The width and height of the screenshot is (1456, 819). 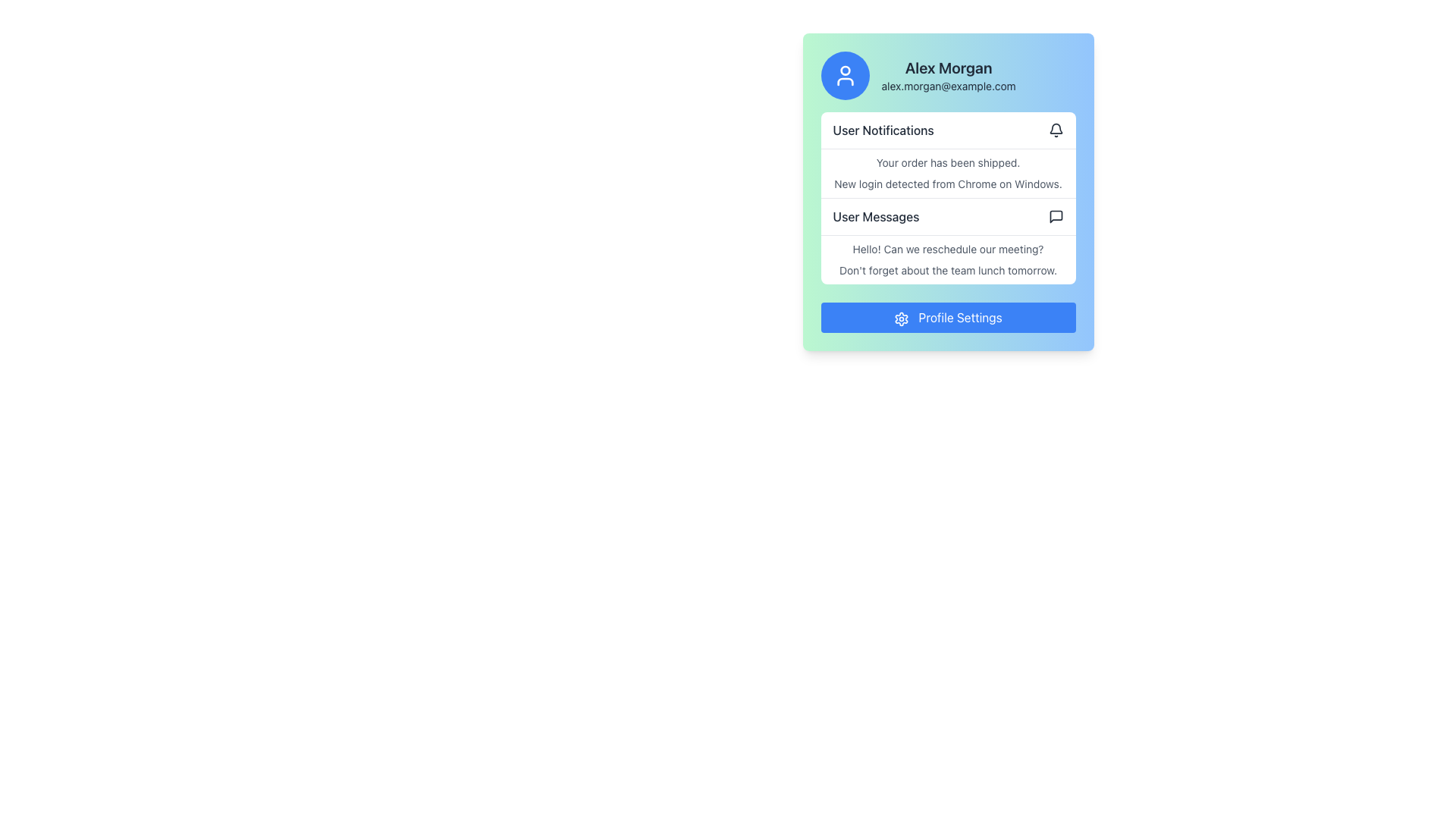 I want to click on the cogwheel-shaped icon with a blue background and white outline located at the top right of the panel, next to the 'User Notifications' heading, so click(x=902, y=318).